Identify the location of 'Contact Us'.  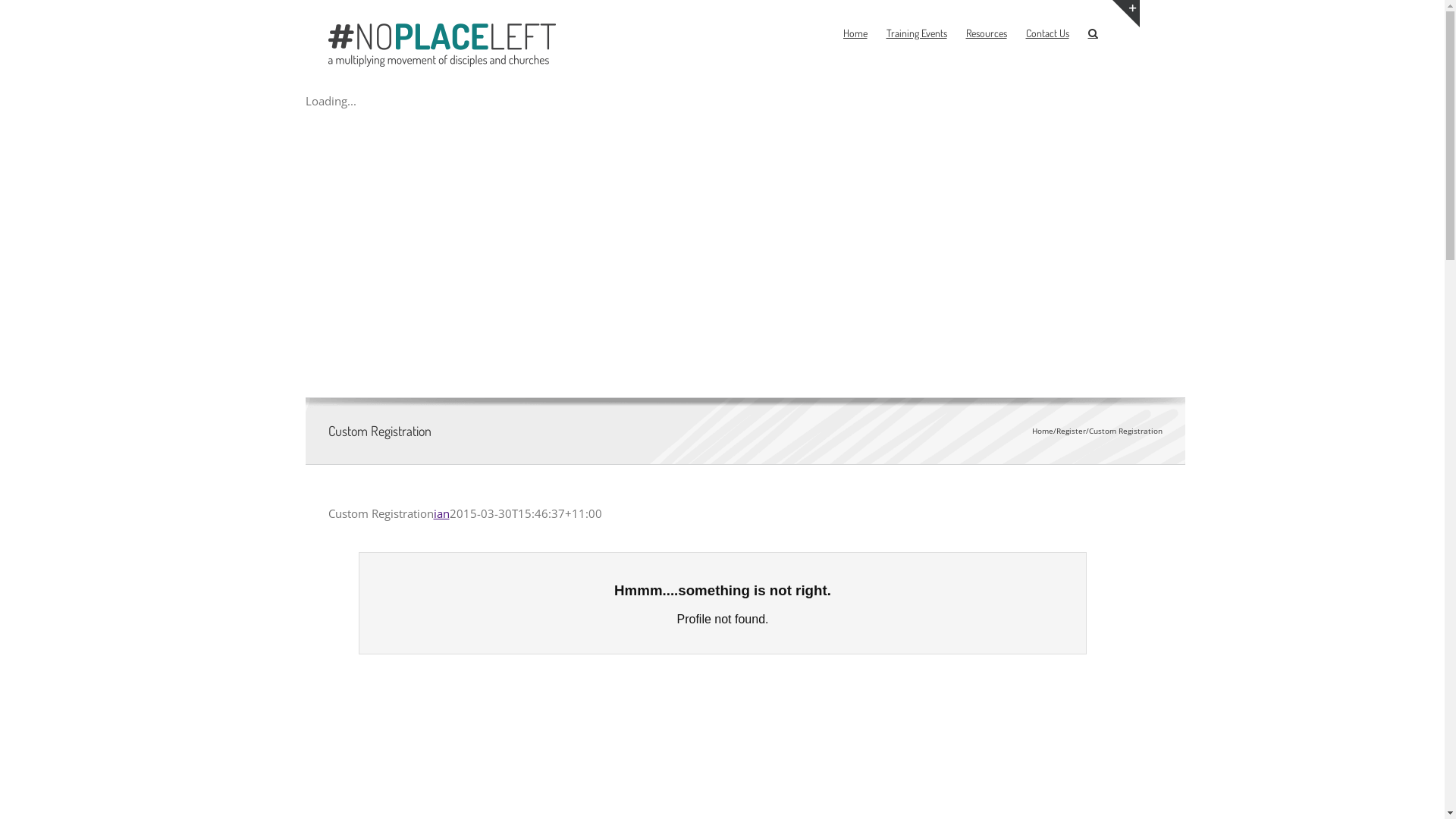
(1046, 32).